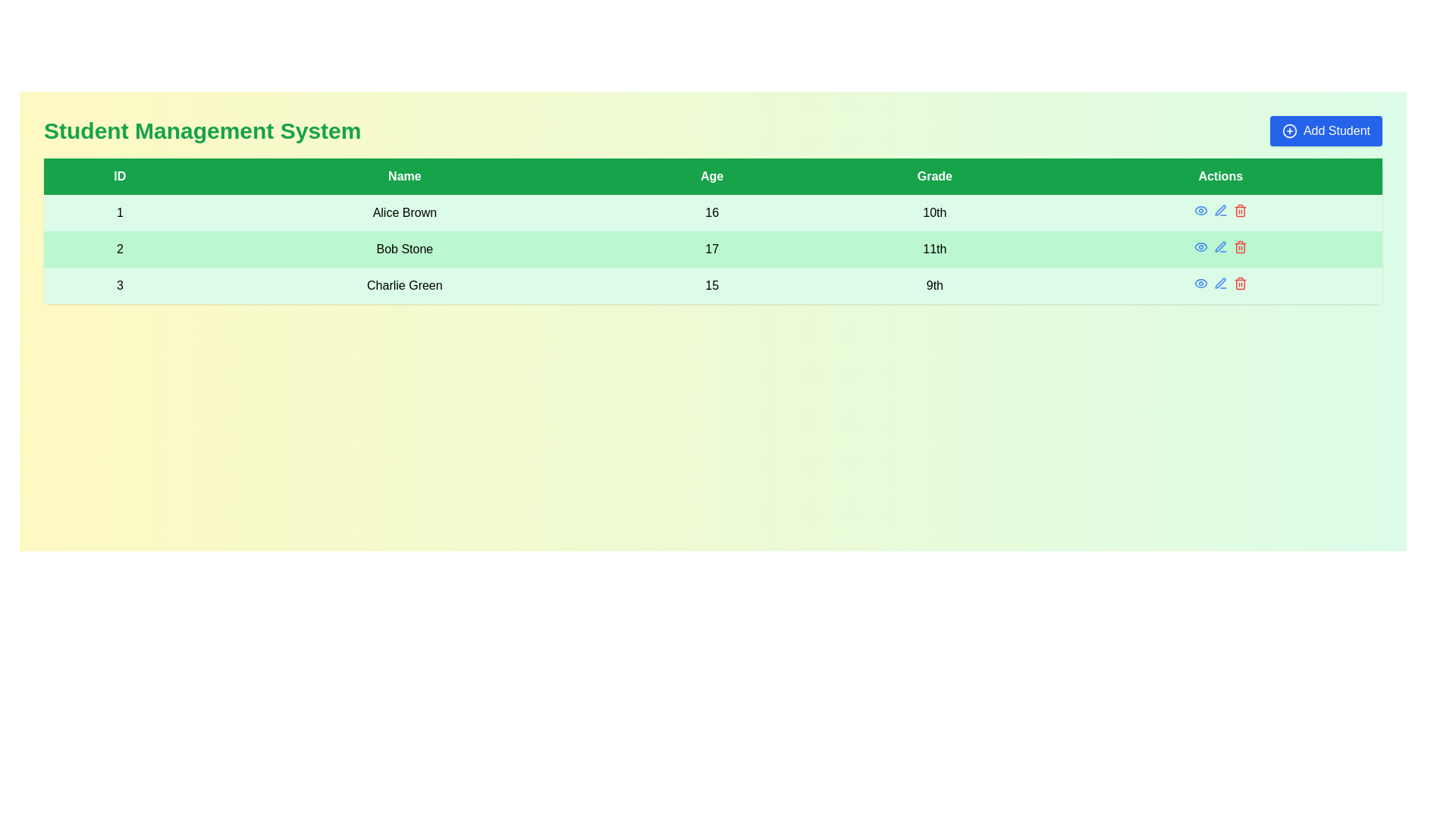 The image size is (1456, 819). I want to click on the text element displaying the age information (15 years) of the student 'Charlie Green' in the Age column of the Student Management System table, so click(711, 286).